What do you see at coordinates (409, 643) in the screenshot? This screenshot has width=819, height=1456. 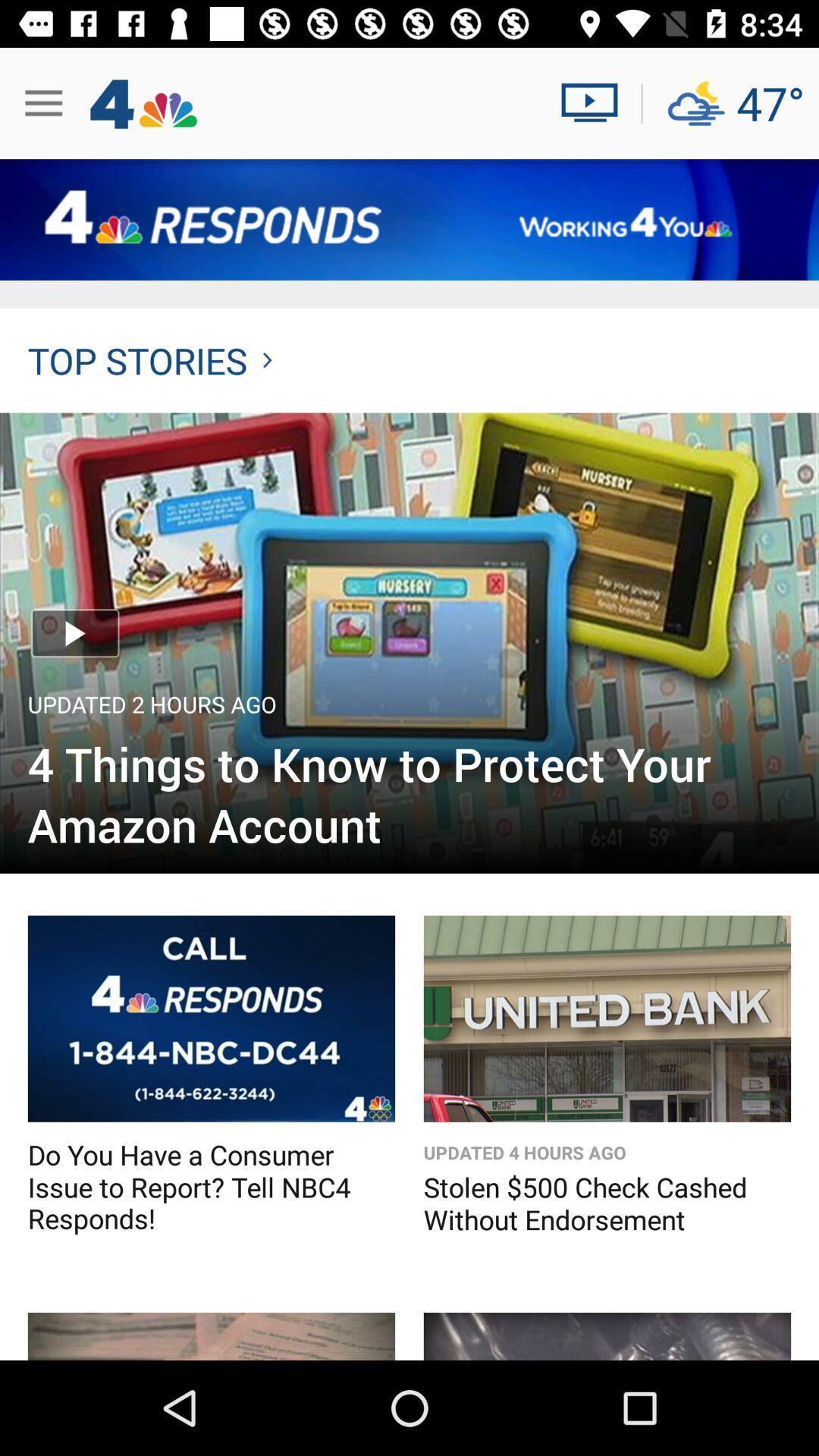 I see `article image` at bounding box center [409, 643].